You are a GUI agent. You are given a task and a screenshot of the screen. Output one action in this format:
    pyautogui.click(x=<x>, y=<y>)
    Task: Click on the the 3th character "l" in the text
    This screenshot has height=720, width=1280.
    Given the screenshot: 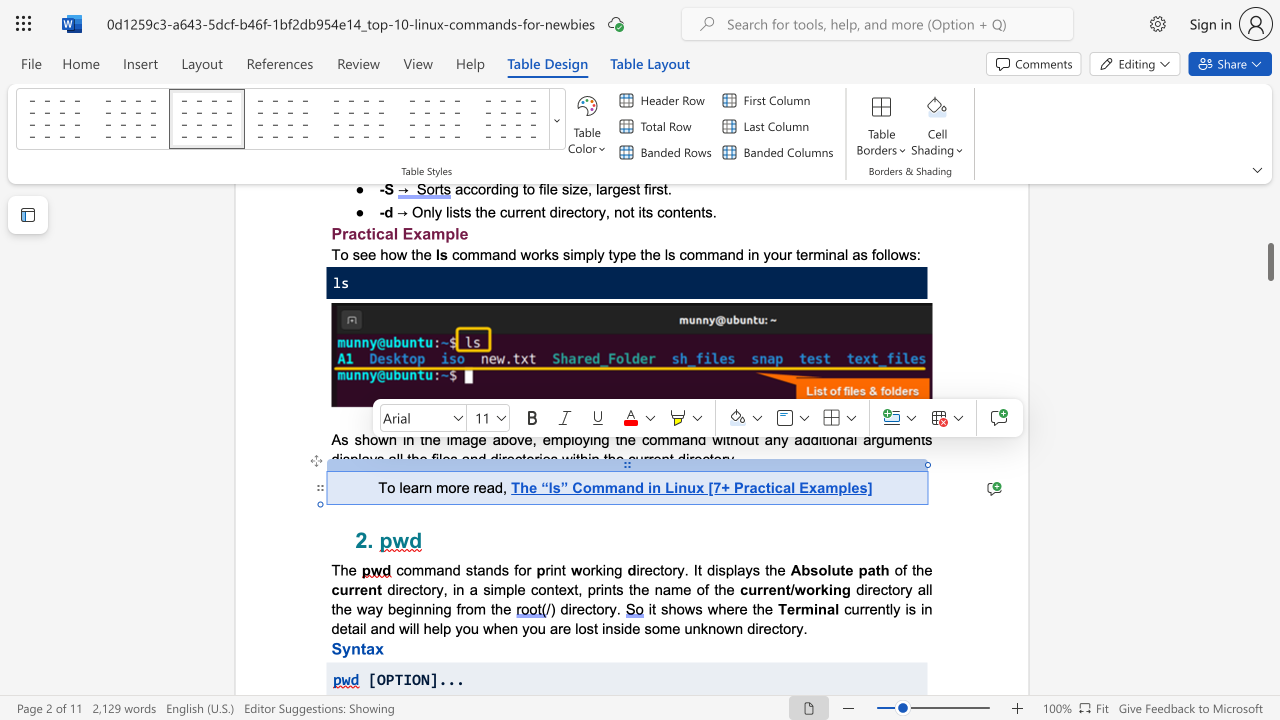 What is the action you would take?
    pyautogui.click(x=413, y=627)
    